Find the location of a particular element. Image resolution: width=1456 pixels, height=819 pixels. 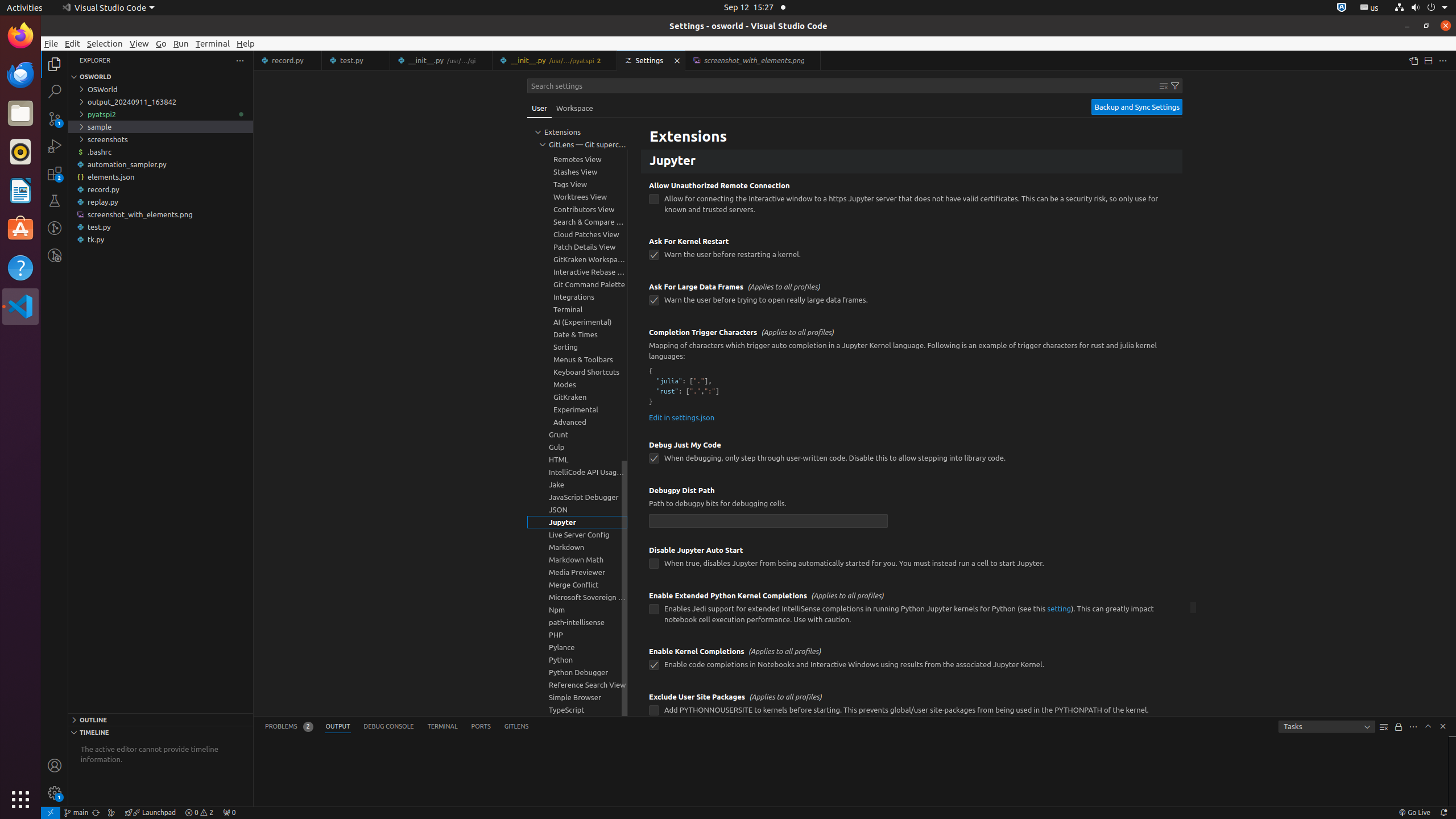

'Notifications' is located at coordinates (1442, 812).